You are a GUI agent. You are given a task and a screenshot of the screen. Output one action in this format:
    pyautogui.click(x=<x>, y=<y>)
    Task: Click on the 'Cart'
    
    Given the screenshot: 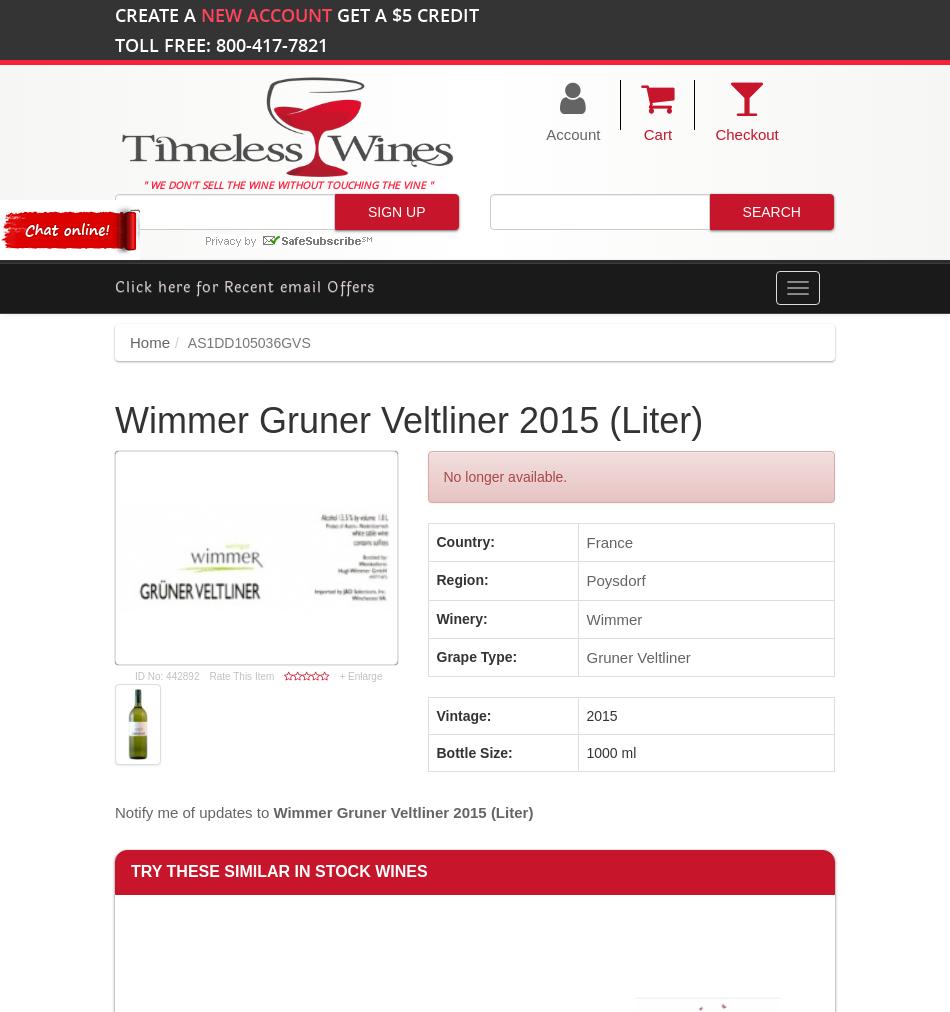 What is the action you would take?
    pyautogui.click(x=657, y=133)
    